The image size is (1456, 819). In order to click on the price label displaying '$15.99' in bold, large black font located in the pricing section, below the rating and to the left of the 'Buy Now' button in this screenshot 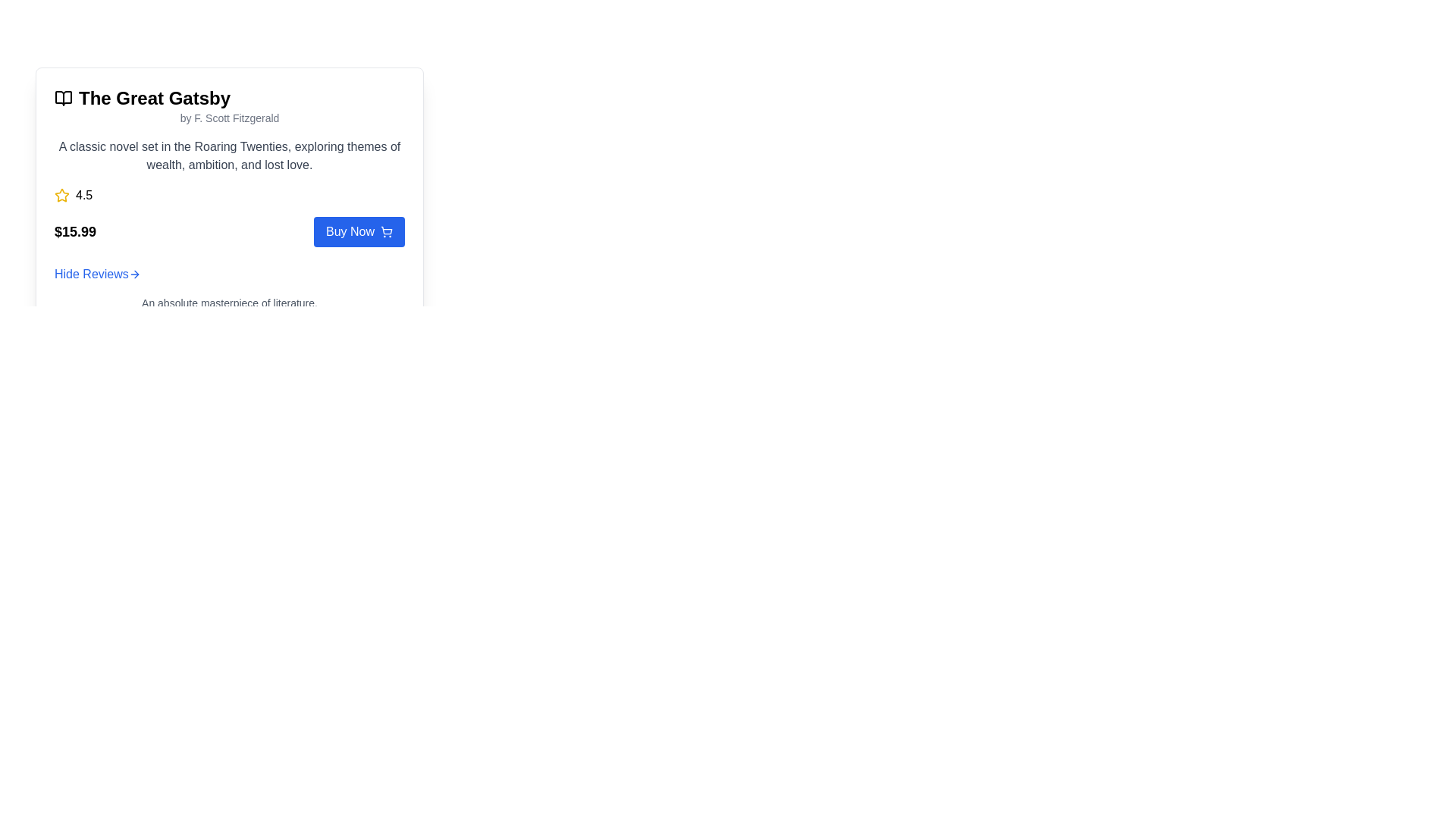, I will do `click(74, 231)`.